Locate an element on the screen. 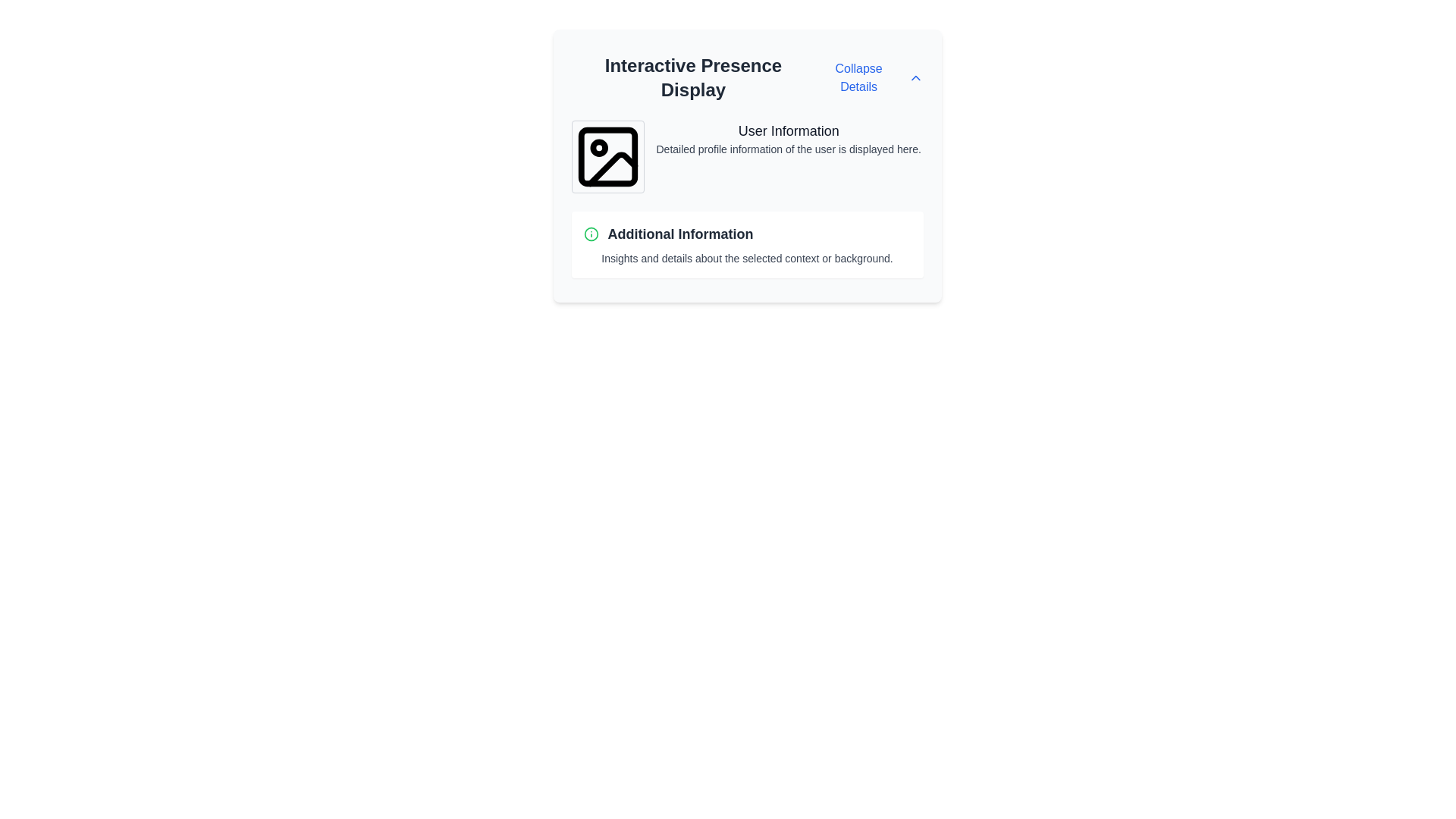  the circular icon with a green outline and black interior, which features a vertical line and a dot above it, located to the left of the text 'Additional Information' is located at coordinates (590, 234).